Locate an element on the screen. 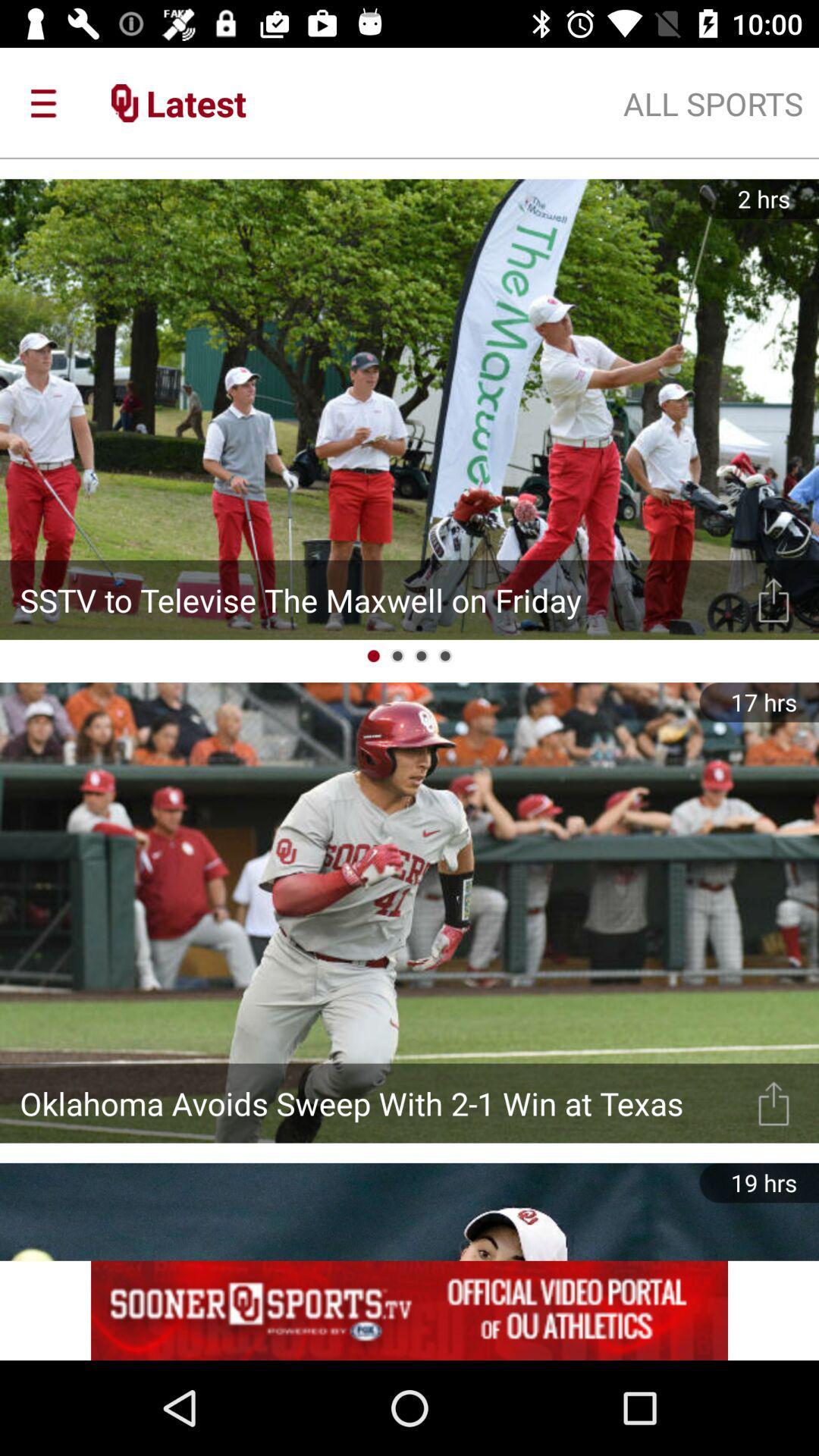  banner is located at coordinates (409, 1310).